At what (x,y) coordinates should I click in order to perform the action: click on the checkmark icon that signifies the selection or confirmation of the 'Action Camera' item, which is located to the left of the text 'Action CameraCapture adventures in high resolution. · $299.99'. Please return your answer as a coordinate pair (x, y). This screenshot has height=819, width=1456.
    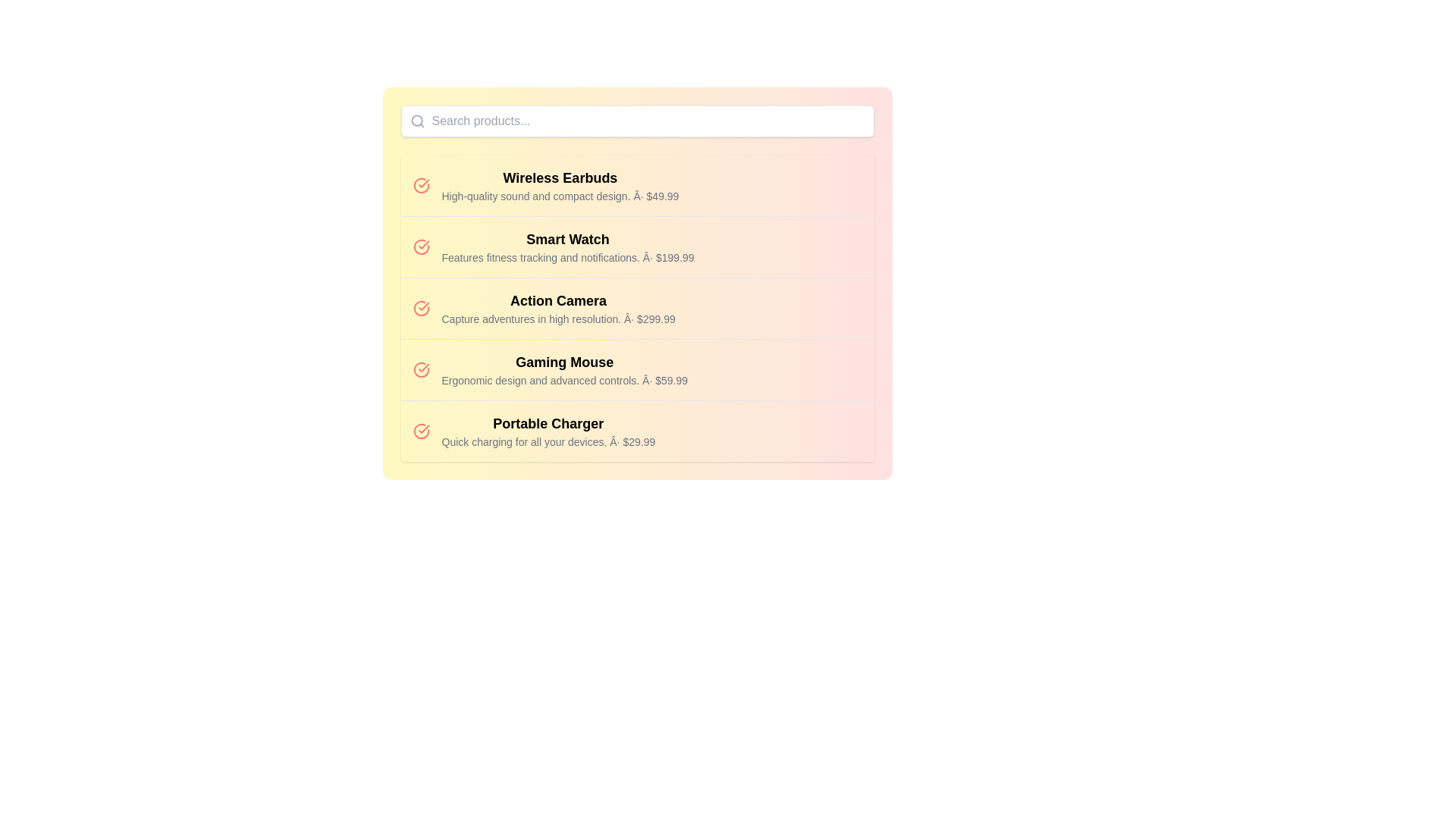
    Looking at the image, I should click on (421, 308).